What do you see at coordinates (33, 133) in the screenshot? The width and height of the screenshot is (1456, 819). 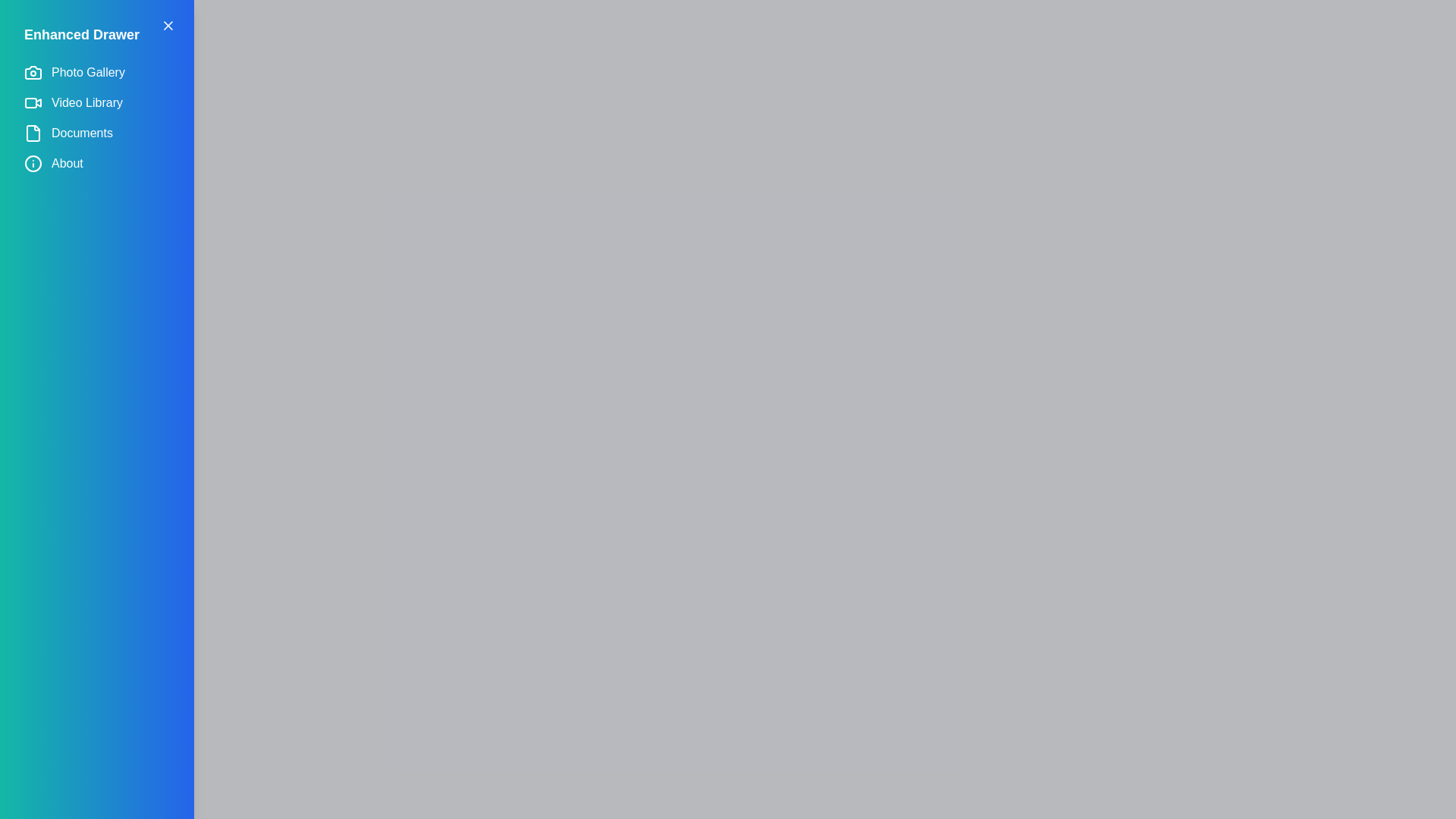 I see `the file document icon located to the left of the 'Documents' text in the 'Enhanced Drawer' menu` at bounding box center [33, 133].